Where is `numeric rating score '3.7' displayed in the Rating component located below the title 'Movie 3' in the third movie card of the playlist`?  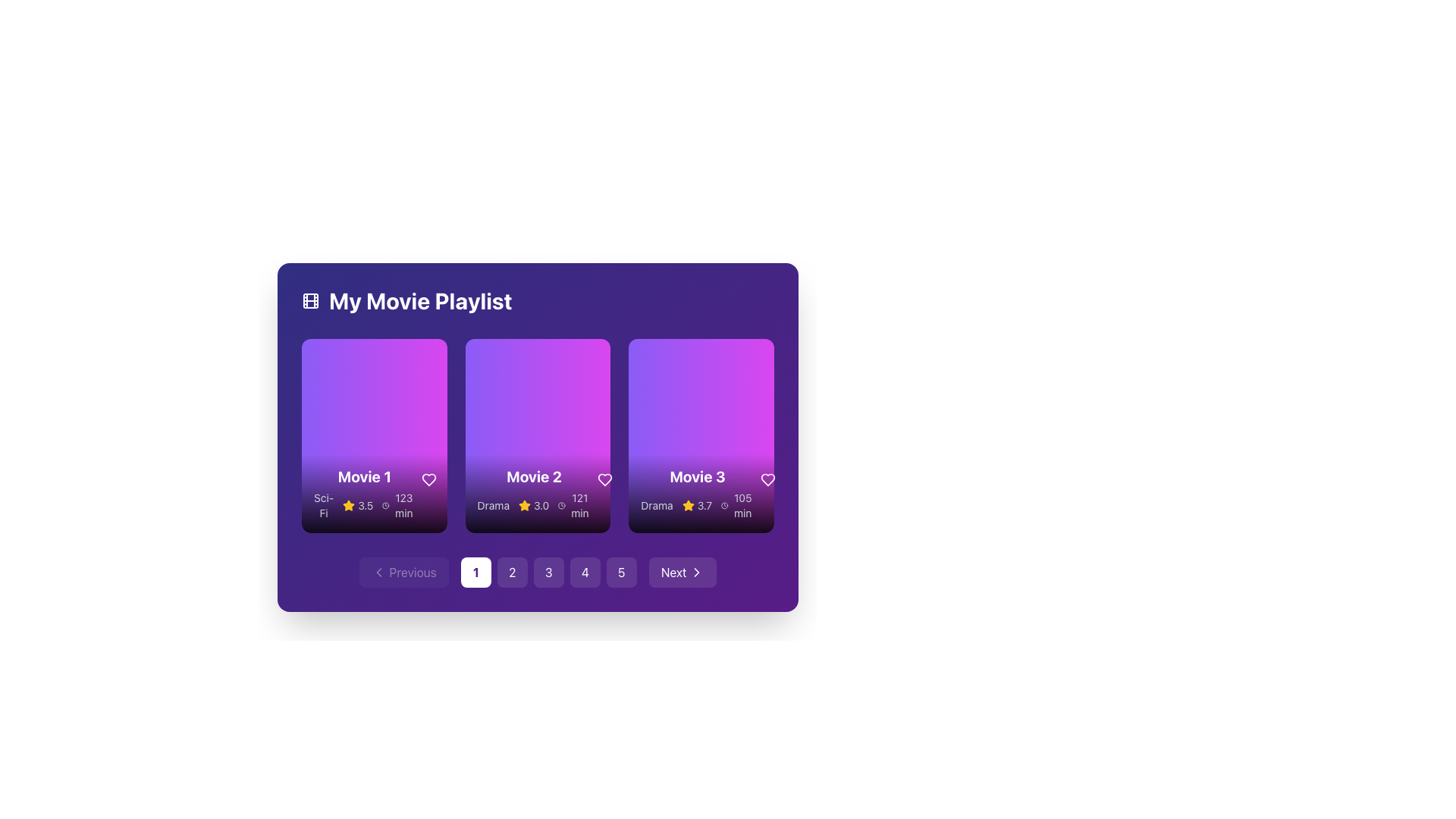
numeric rating score '3.7' displayed in the Rating component located below the title 'Movie 3' in the third movie card of the playlist is located at coordinates (696, 506).